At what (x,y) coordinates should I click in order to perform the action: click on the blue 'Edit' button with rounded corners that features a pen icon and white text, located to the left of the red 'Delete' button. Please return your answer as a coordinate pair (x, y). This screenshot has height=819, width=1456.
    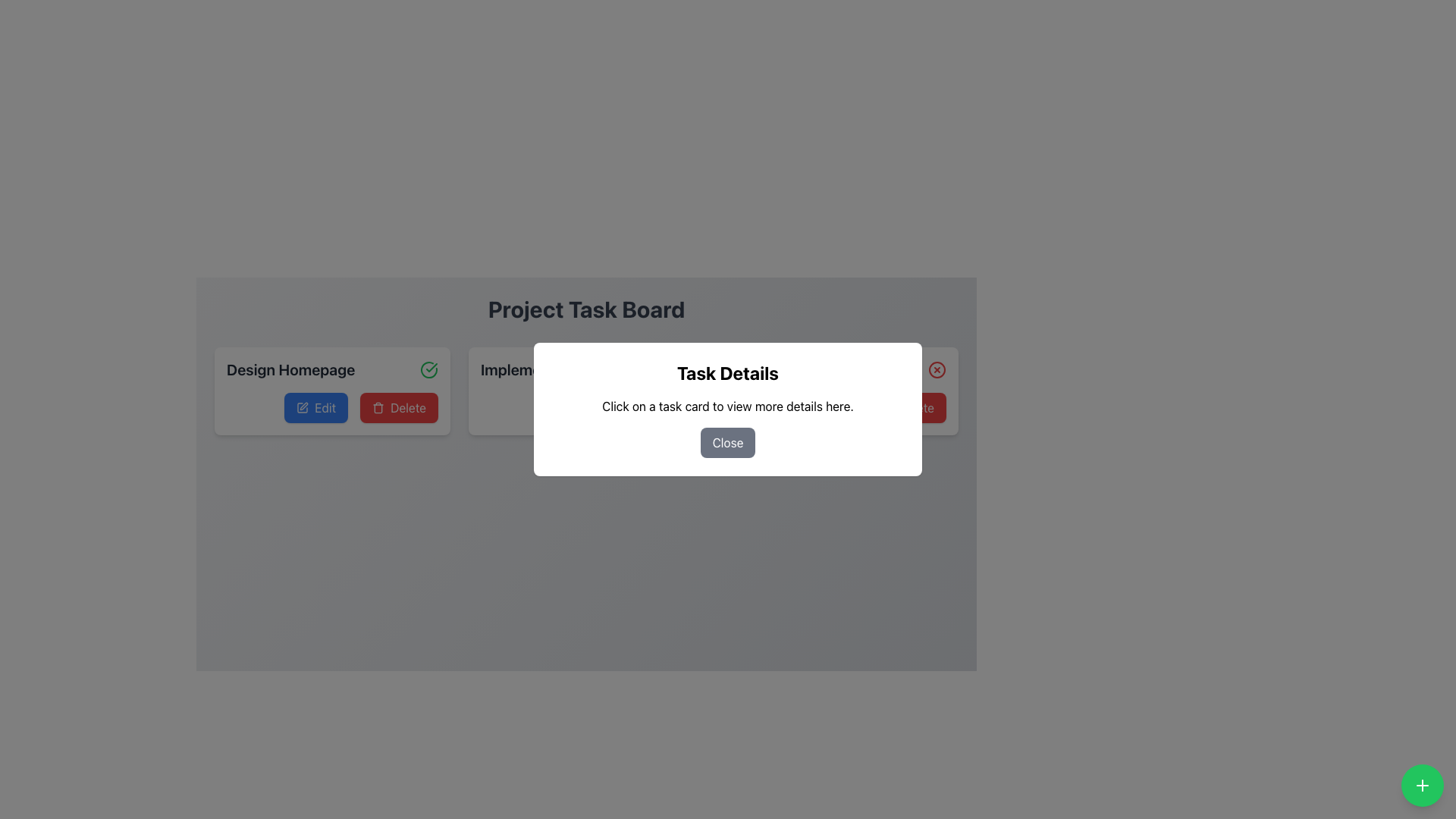
    Looking at the image, I should click on (315, 406).